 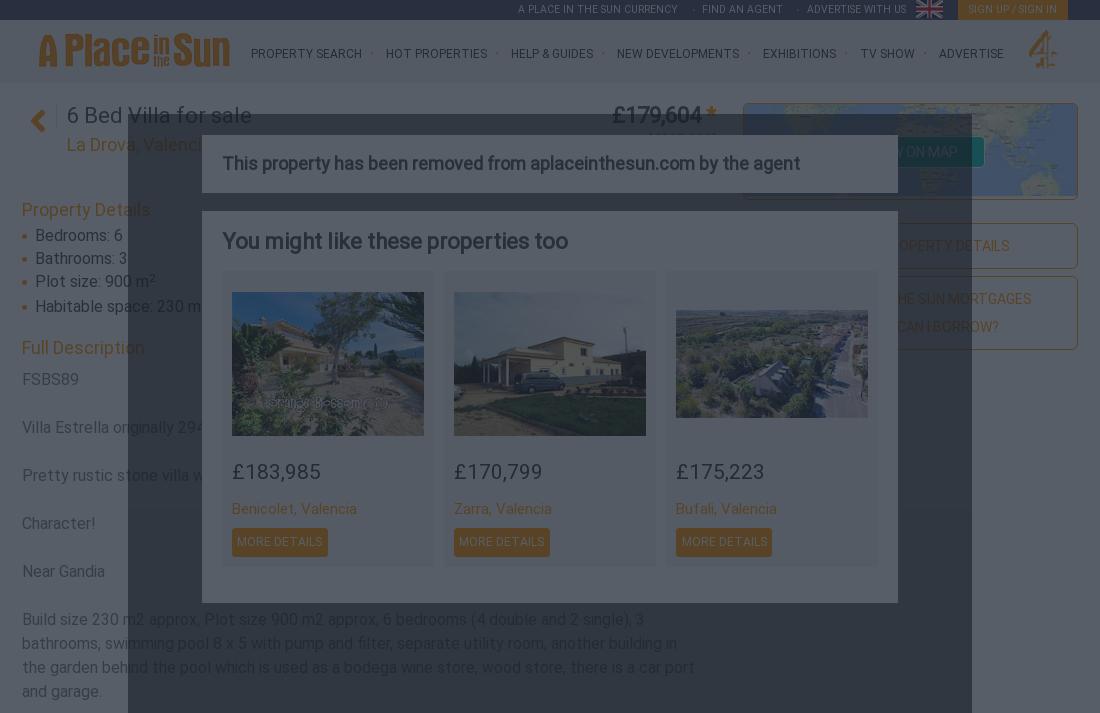 What do you see at coordinates (659, 114) in the screenshot?
I see `'£179,604'` at bounding box center [659, 114].